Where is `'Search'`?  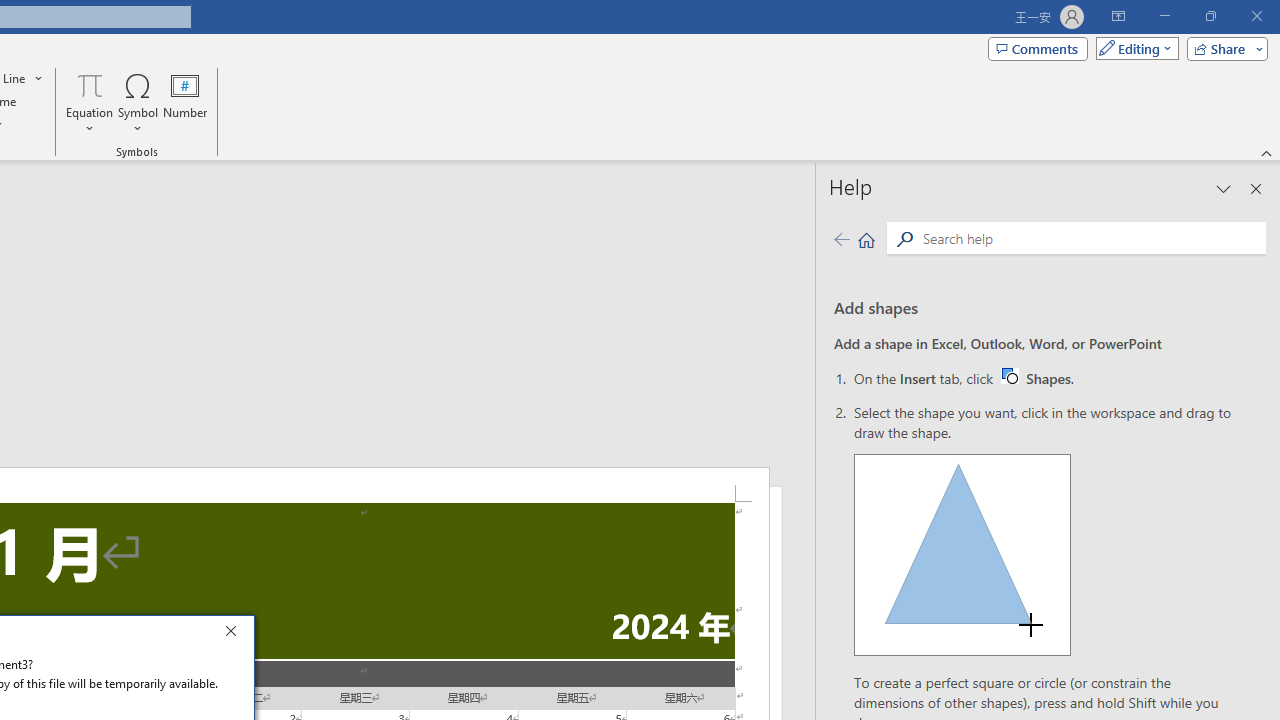
'Search' is located at coordinates (903, 238).